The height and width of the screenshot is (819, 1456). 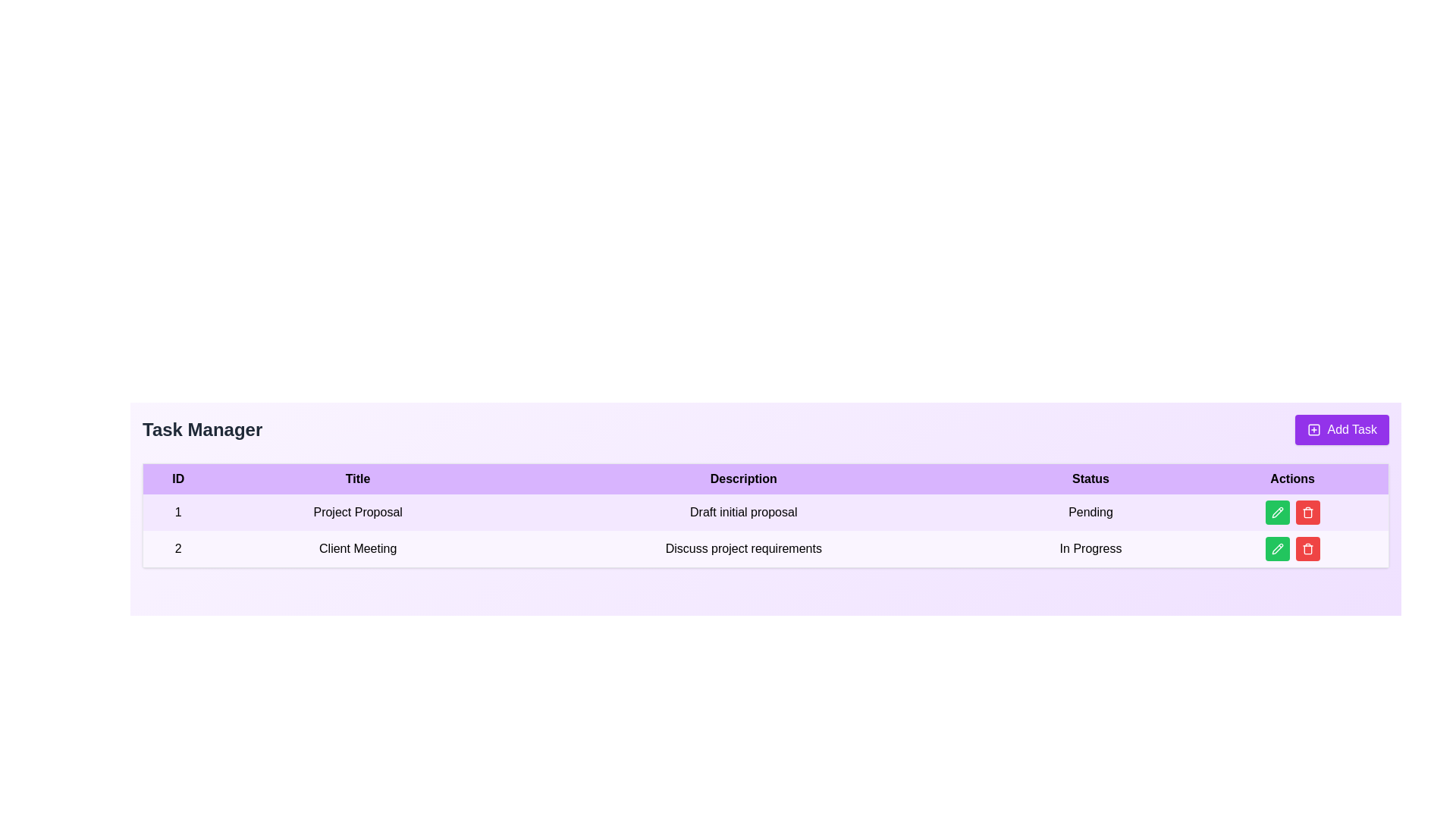 What do you see at coordinates (765, 512) in the screenshot?
I see `the first row of the task management table` at bounding box center [765, 512].